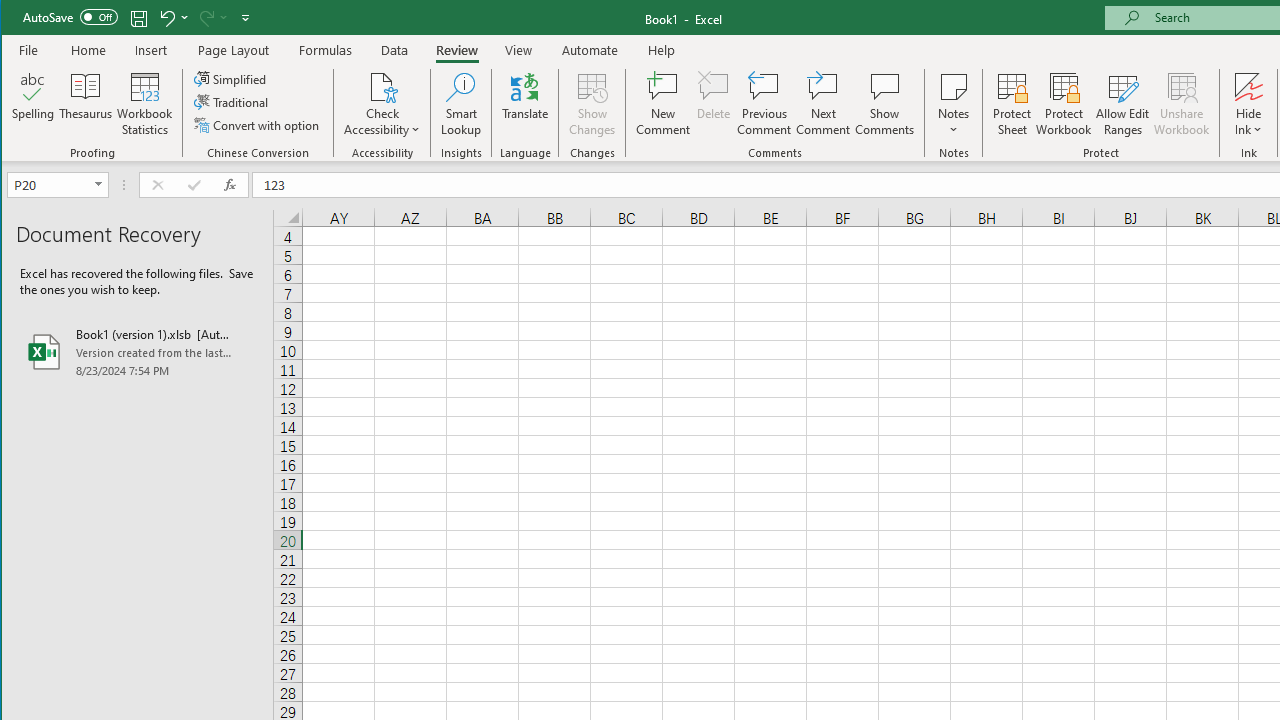 This screenshot has height=720, width=1280. I want to click on 'Data', so click(395, 49).